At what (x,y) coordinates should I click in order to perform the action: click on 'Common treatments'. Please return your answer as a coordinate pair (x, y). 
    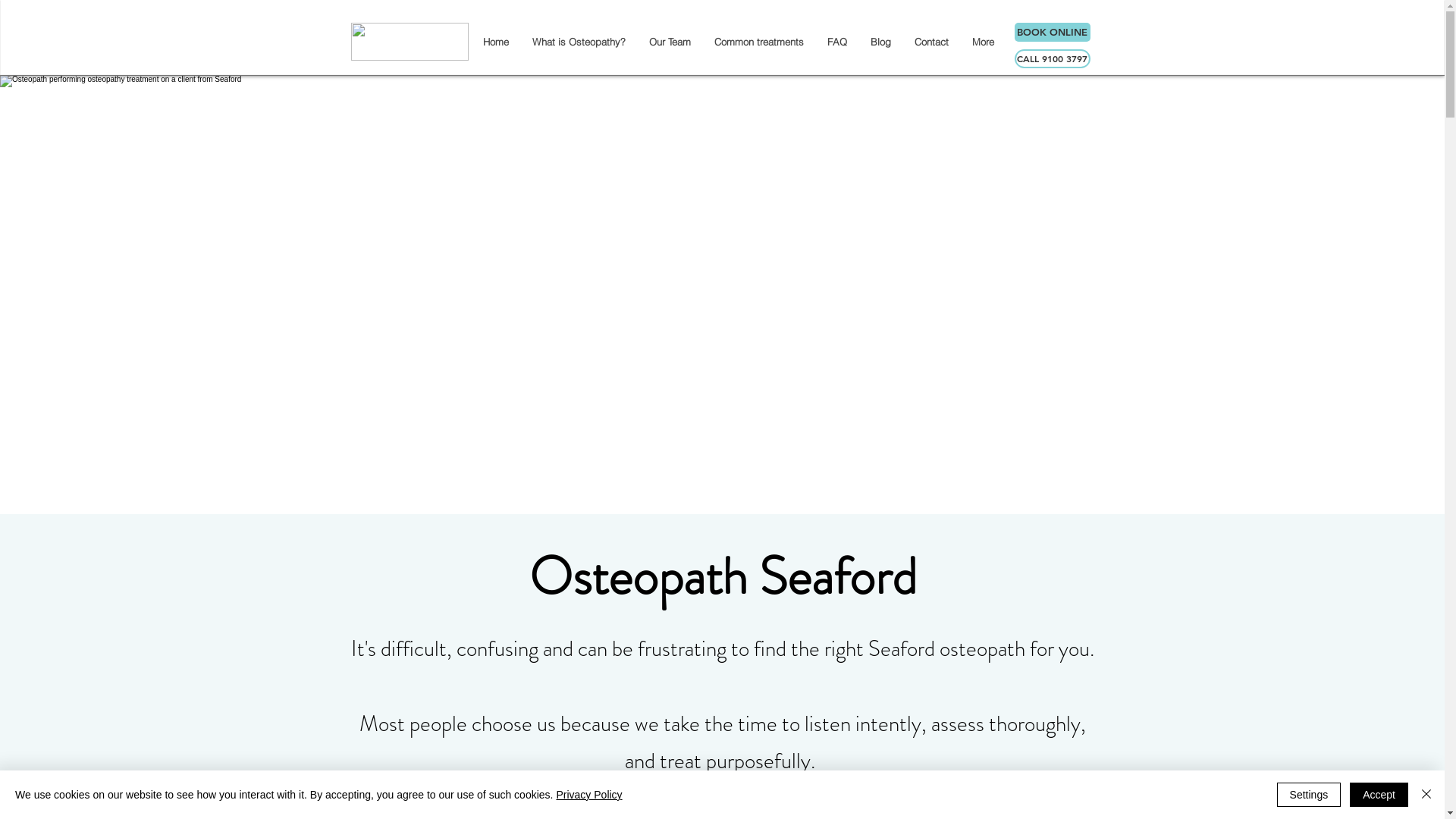
    Looking at the image, I should click on (758, 40).